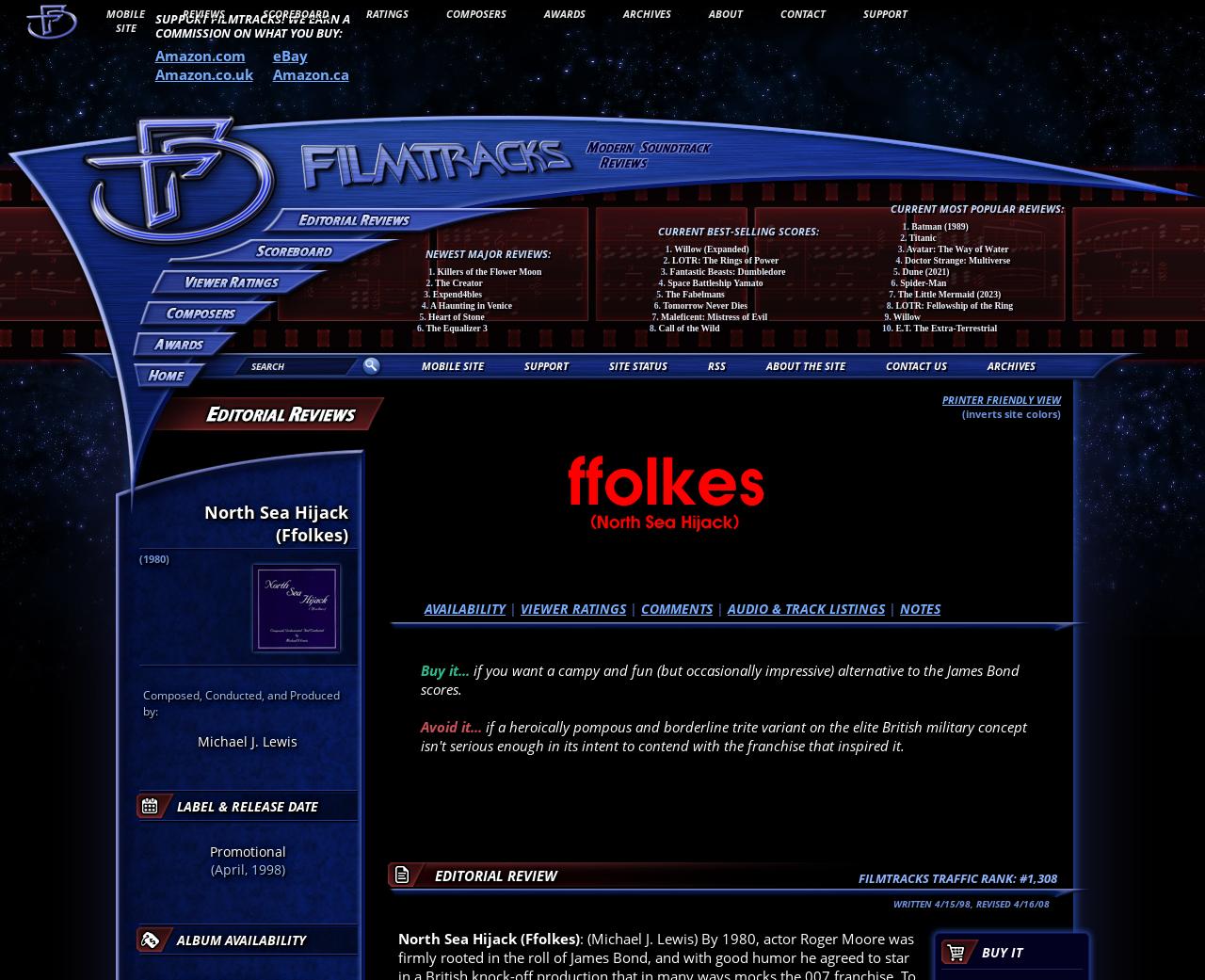  I want to click on 'The Equalizer 3', so click(456, 328).